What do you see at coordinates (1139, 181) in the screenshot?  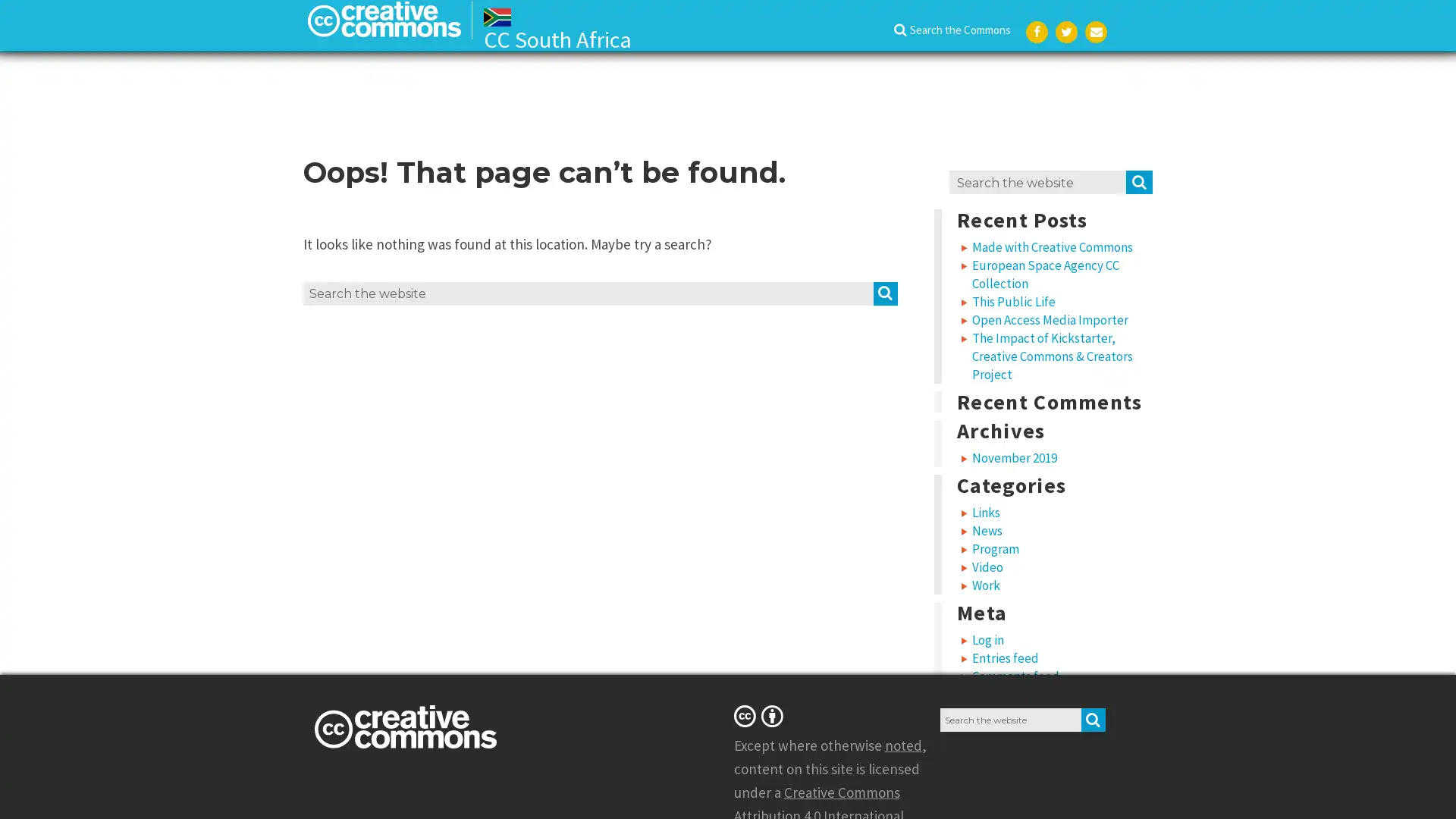 I see `SEARCH` at bounding box center [1139, 181].